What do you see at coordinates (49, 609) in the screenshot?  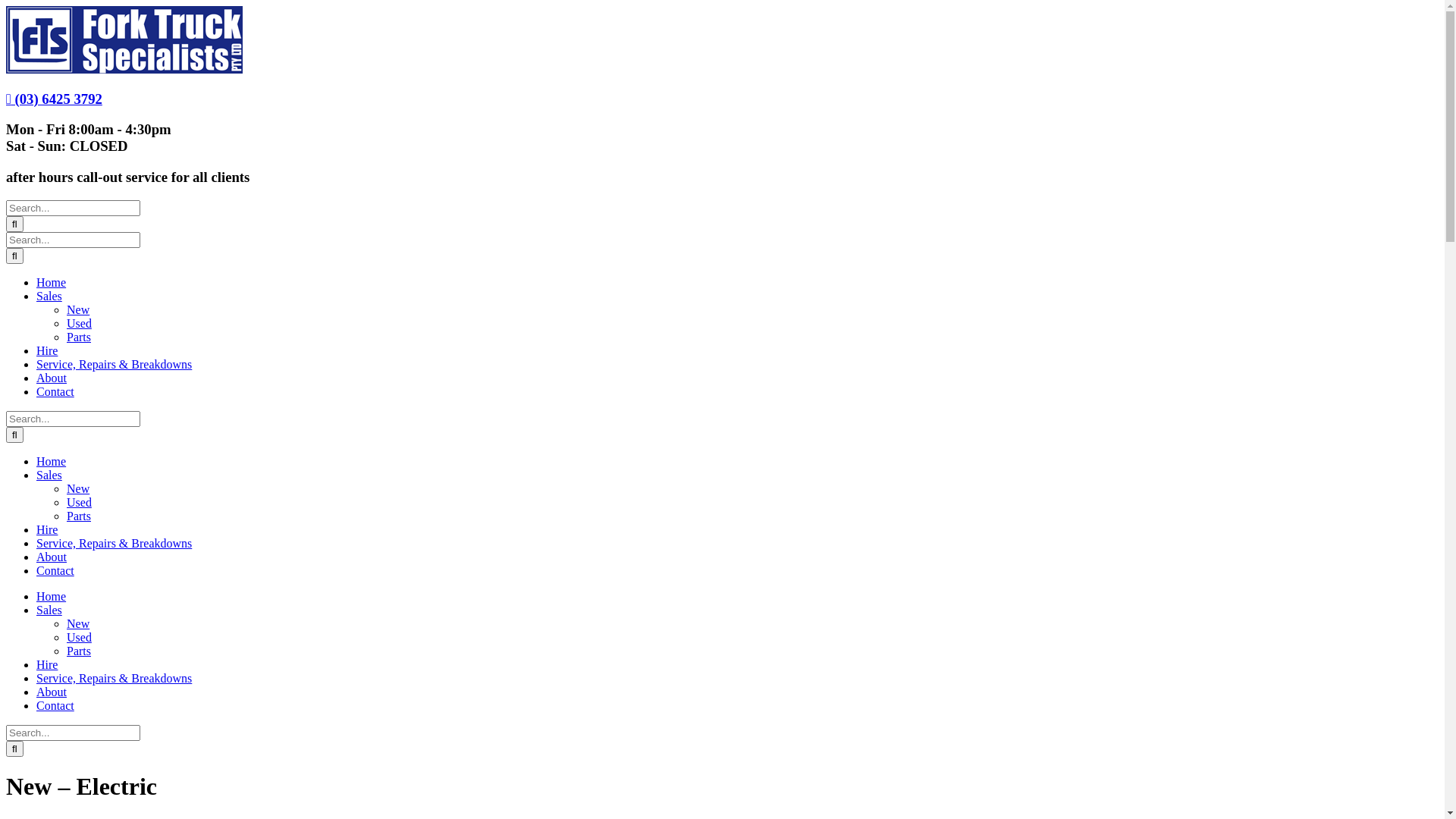 I see `'Sales'` at bounding box center [49, 609].